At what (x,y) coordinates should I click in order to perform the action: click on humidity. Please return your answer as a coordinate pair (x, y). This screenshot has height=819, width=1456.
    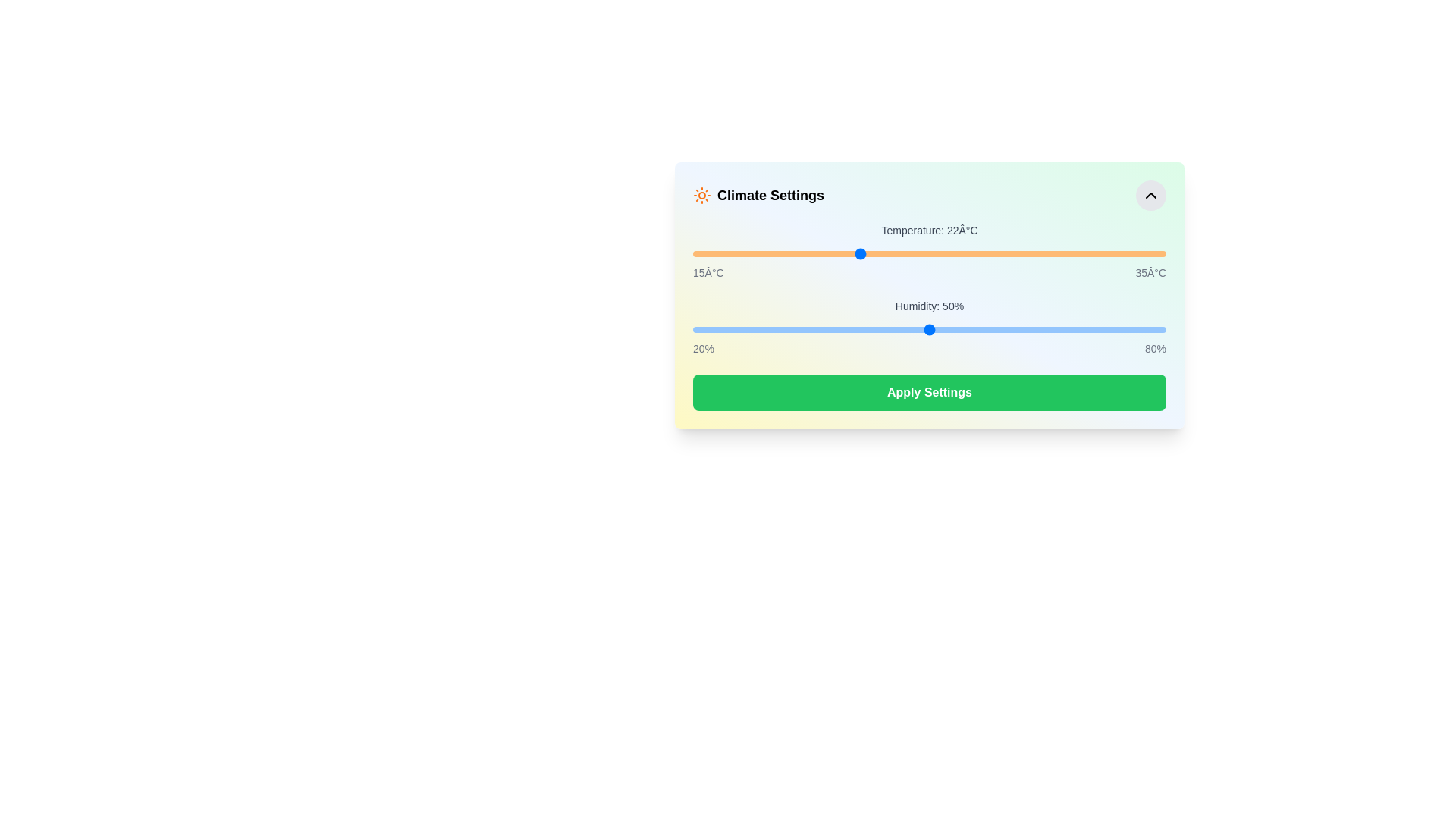
    Looking at the image, I should click on (692, 329).